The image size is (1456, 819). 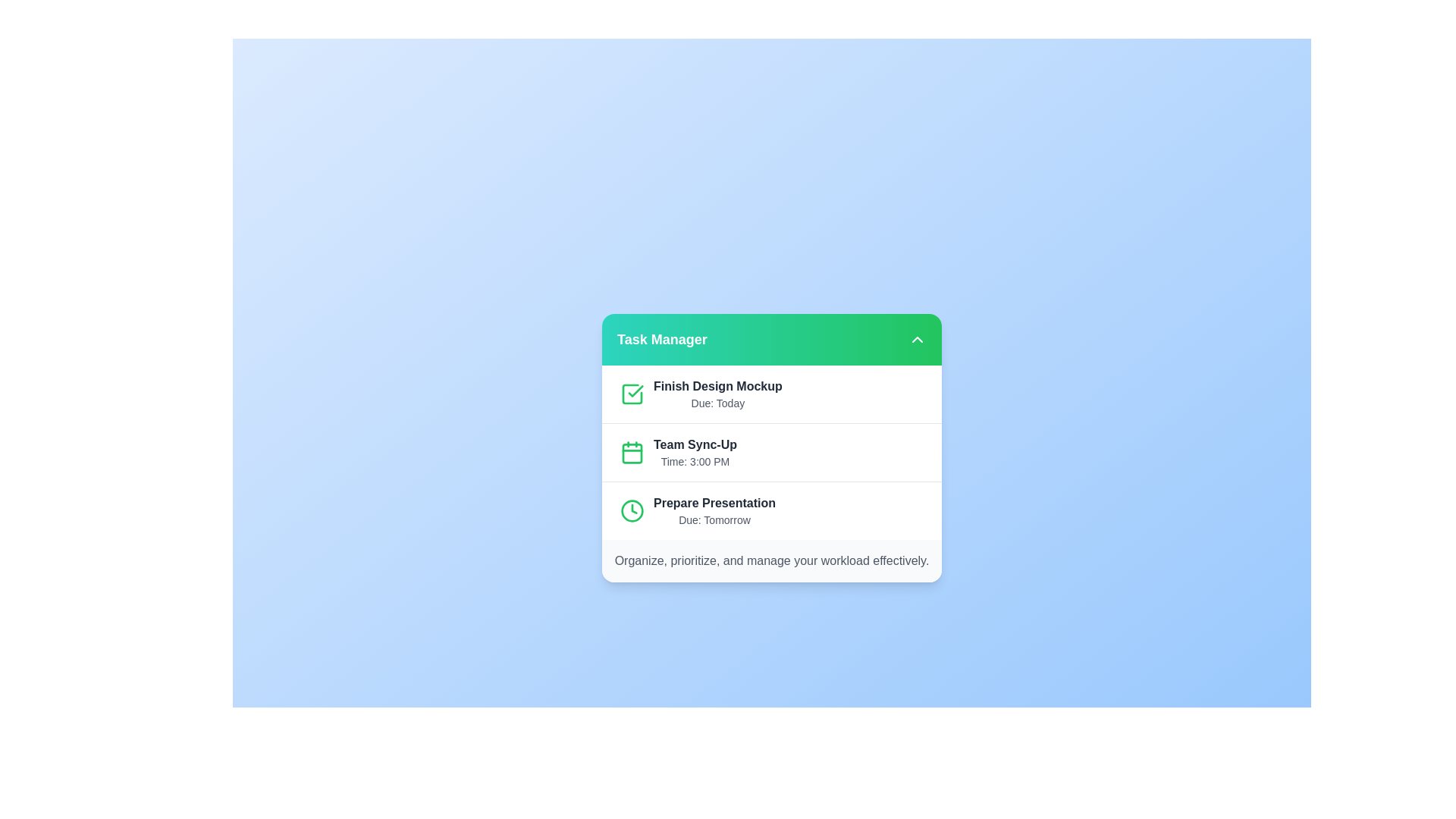 What do you see at coordinates (694, 444) in the screenshot?
I see `the task item 'Team Sync-Up' by clicking on it` at bounding box center [694, 444].